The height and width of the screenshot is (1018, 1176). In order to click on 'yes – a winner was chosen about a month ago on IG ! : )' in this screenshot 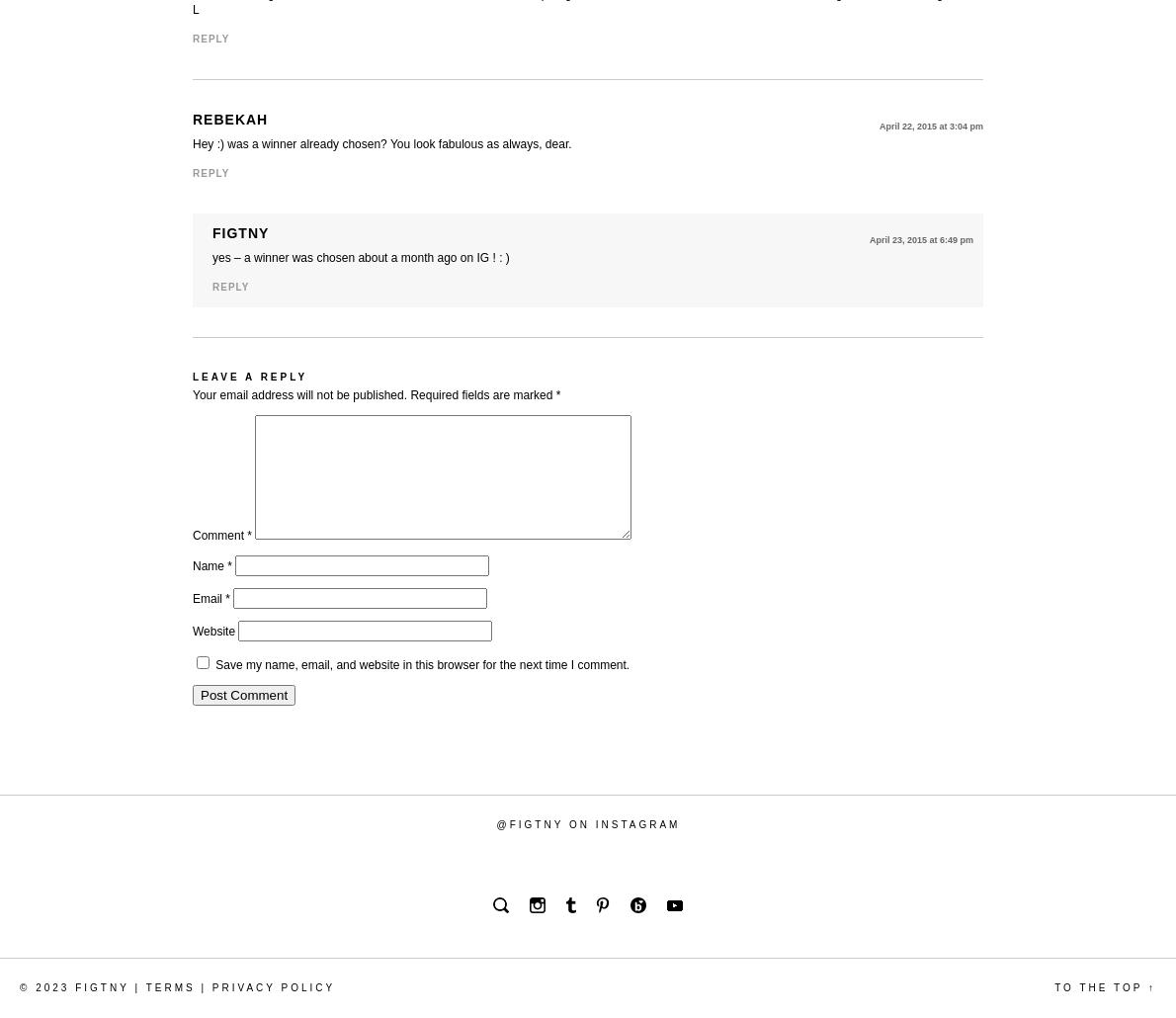, I will do `click(359, 257)`.